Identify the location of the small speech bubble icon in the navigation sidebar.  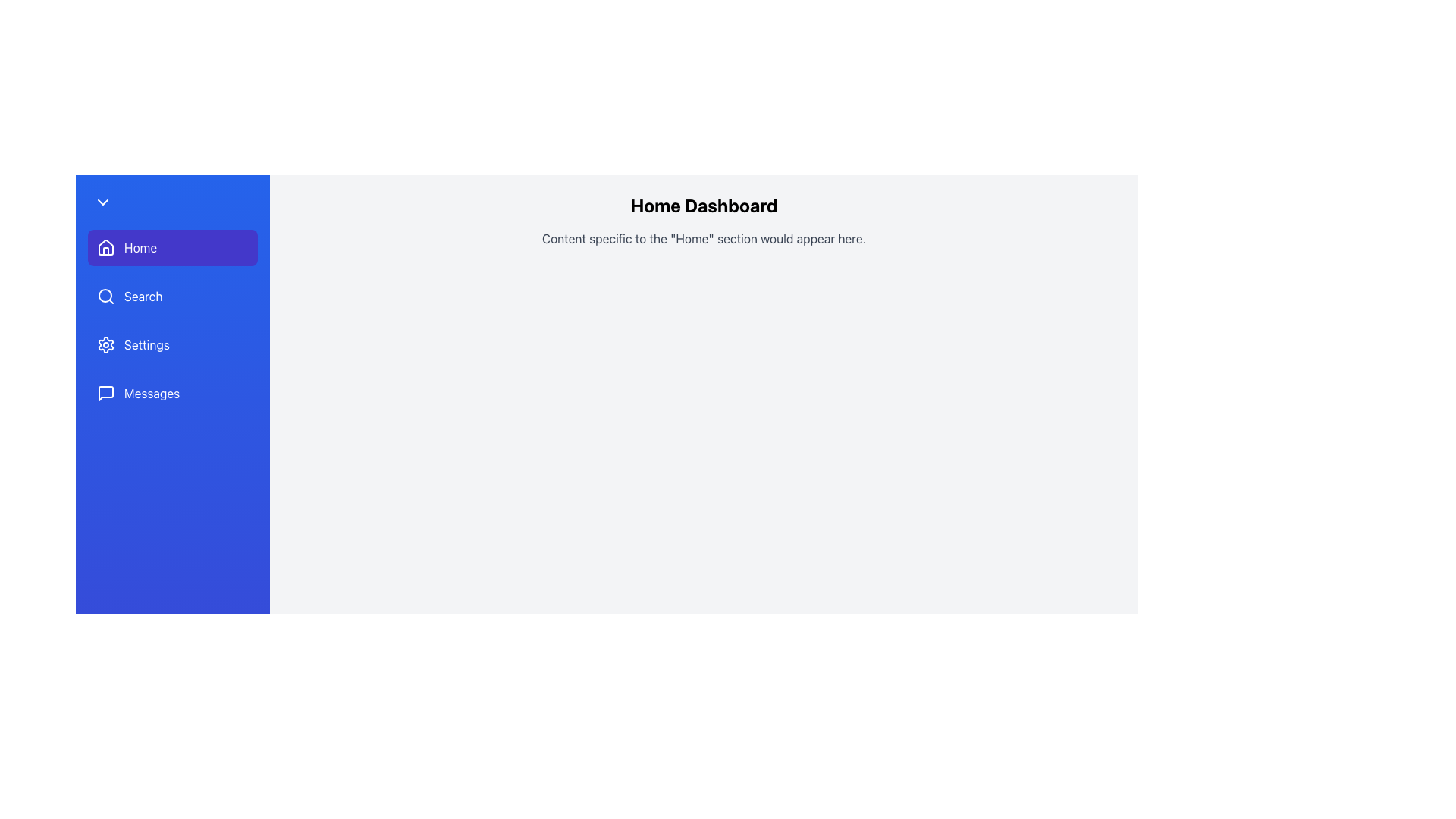
(105, 393).